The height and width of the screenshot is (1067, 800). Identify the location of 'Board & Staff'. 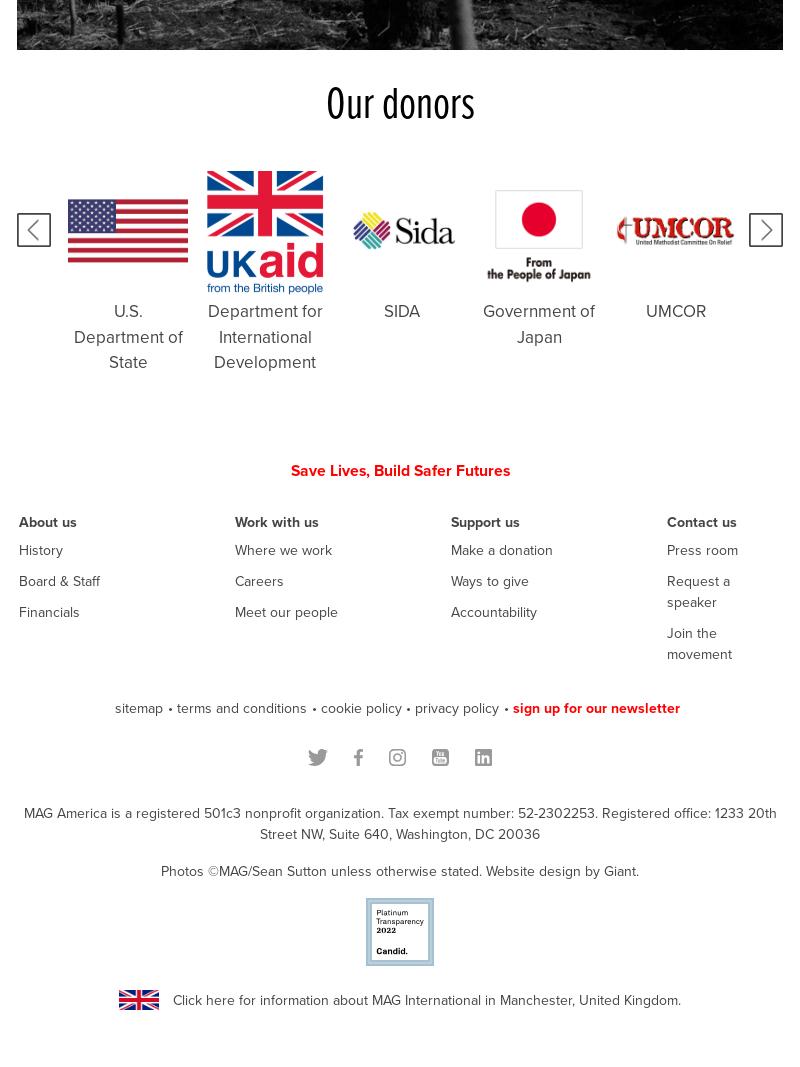
(57, 581).